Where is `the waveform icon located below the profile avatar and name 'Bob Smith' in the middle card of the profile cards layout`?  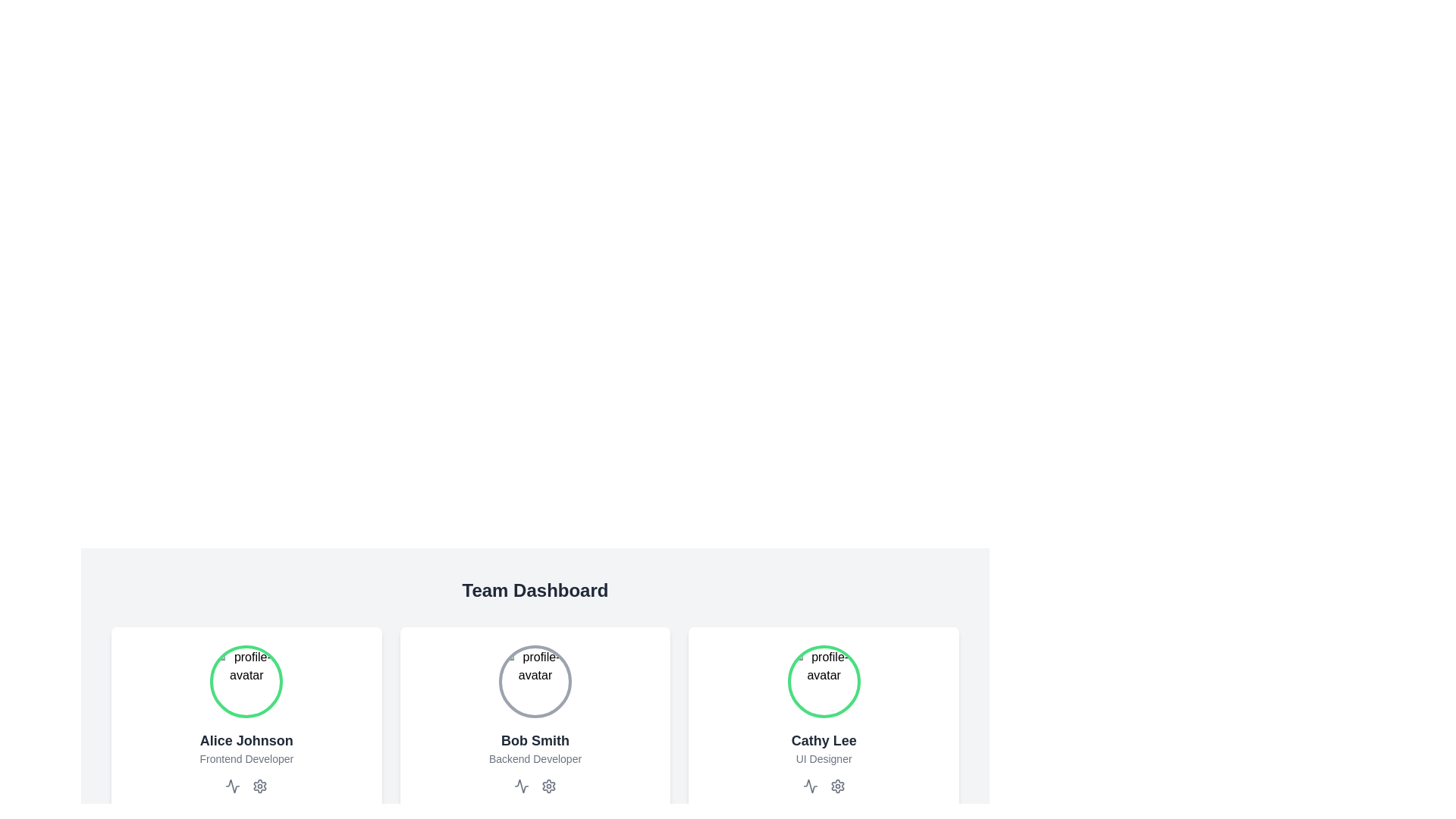 the waveform icon located below the profile avatar and name 'Bob Smith' in the middle card of the profile cards layout is located at coordinates (521, 786).